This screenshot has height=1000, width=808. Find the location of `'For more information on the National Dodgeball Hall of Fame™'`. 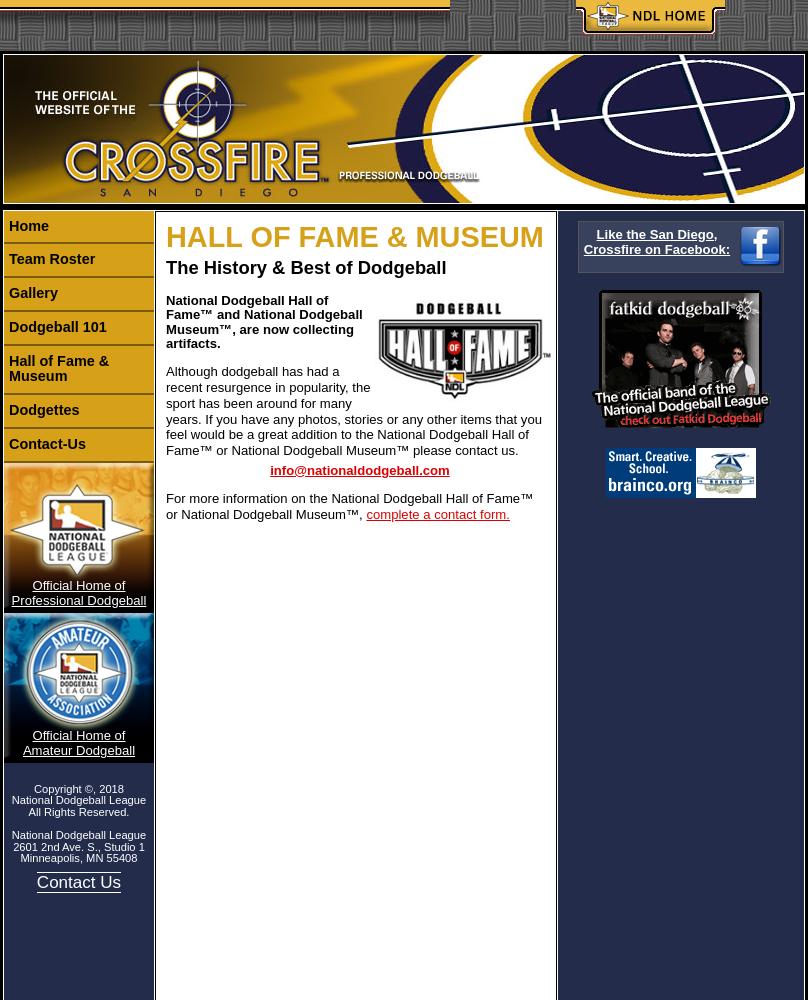

'For more information on the National Dodgeball Hall of Fame™' is located at coordinates (348, 497).